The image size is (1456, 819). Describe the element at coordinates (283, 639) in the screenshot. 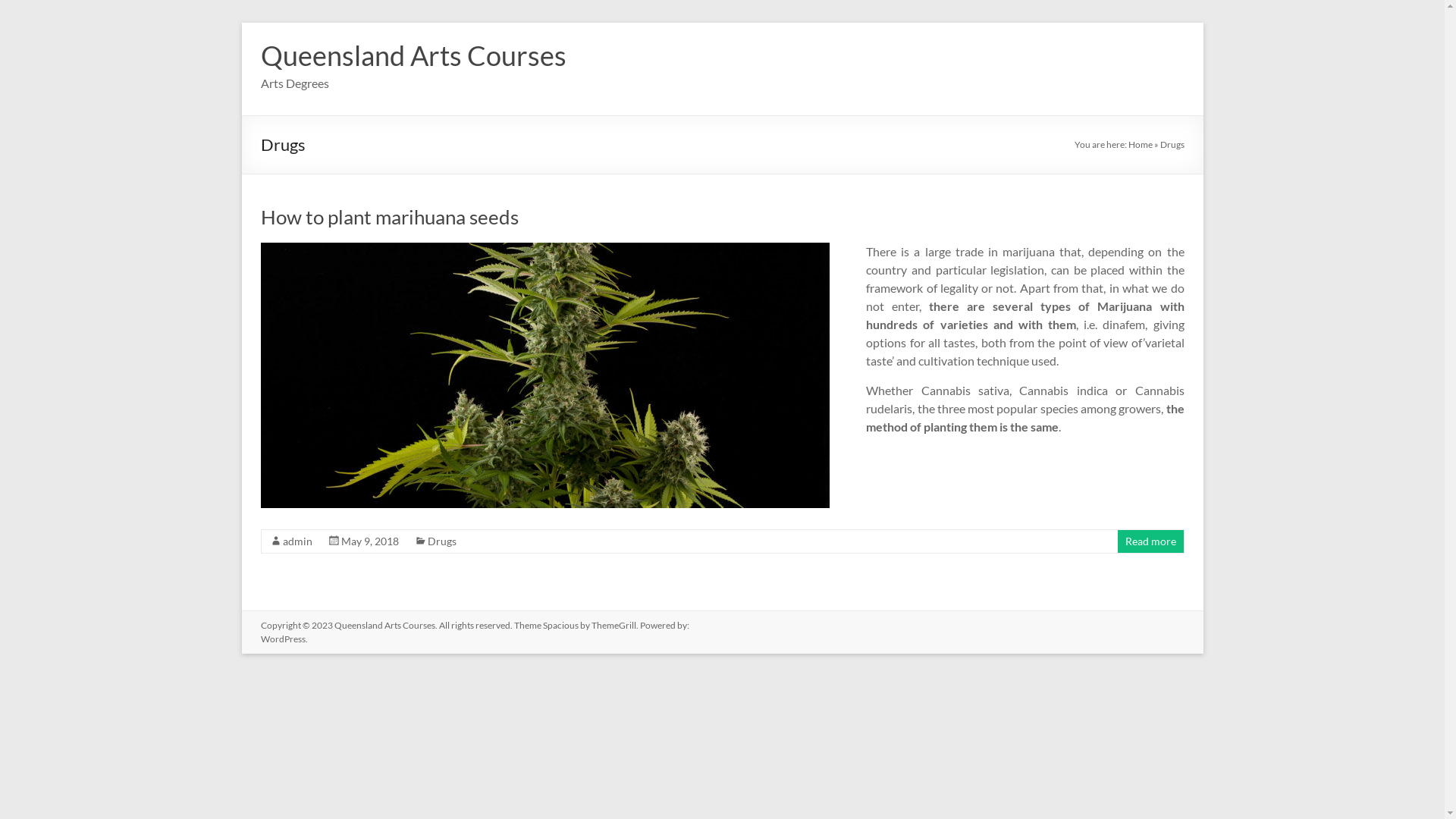

I see `'WordPress'` at that location.